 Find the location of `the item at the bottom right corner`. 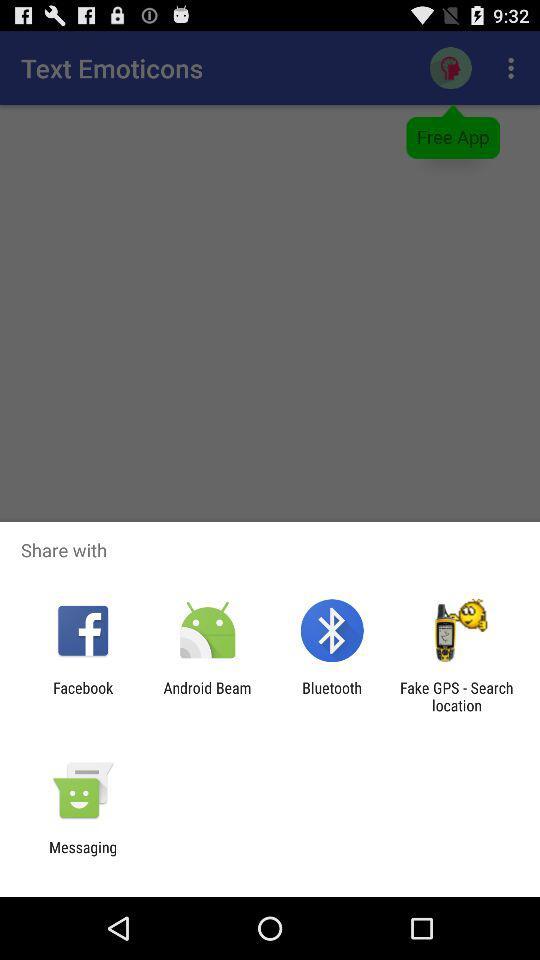

the item at the bottom right corner is located at coordinates (456, 696).